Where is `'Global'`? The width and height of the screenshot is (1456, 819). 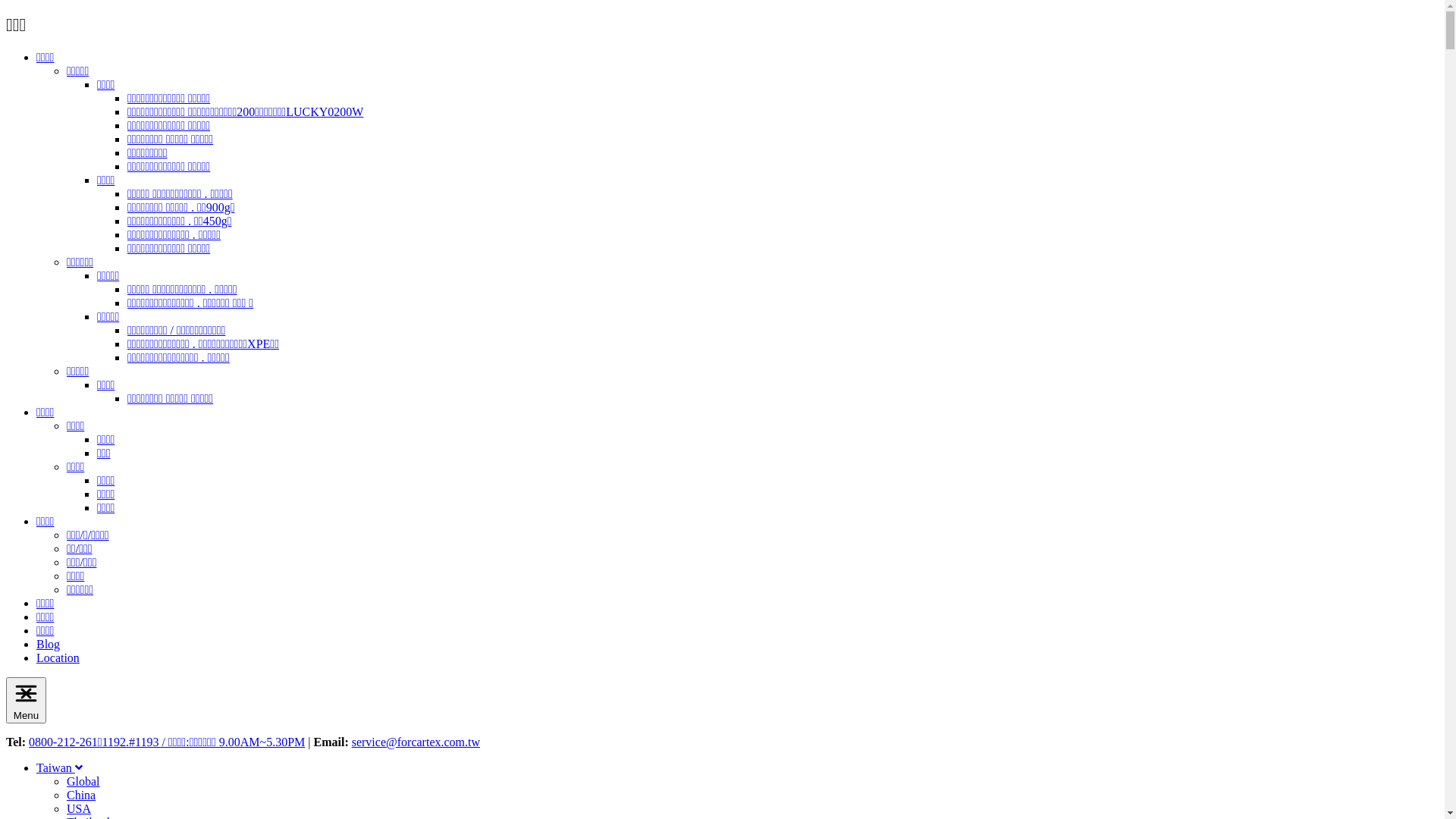
'Global' is located at coordinates (83, 781).